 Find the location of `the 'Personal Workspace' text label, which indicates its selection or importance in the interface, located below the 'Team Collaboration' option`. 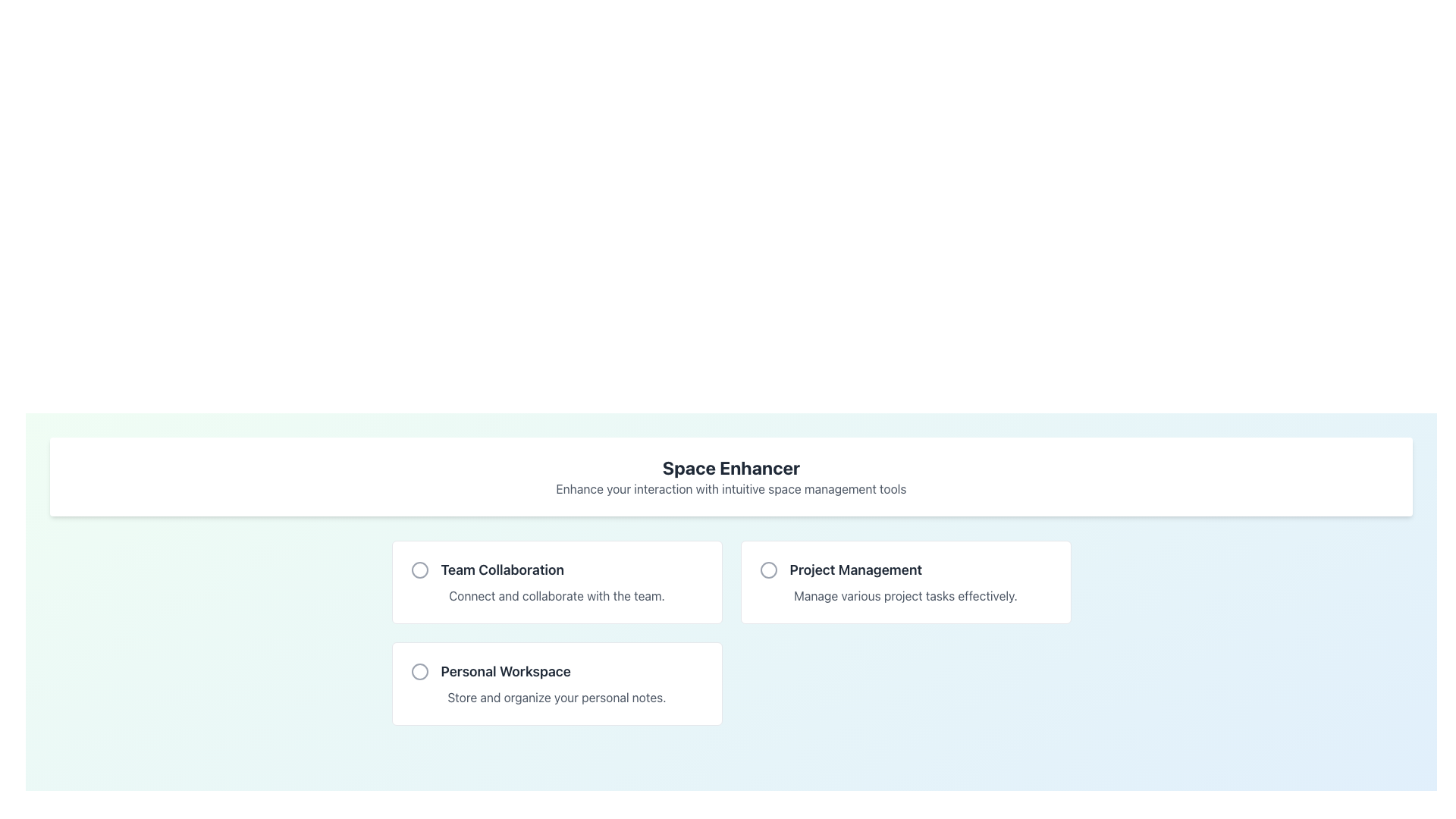

the 'Personal Workspace' text label, which indicates its selection or importance in the interface, located below the 'Team Collaboration' option is located at coordinates (506, 671).